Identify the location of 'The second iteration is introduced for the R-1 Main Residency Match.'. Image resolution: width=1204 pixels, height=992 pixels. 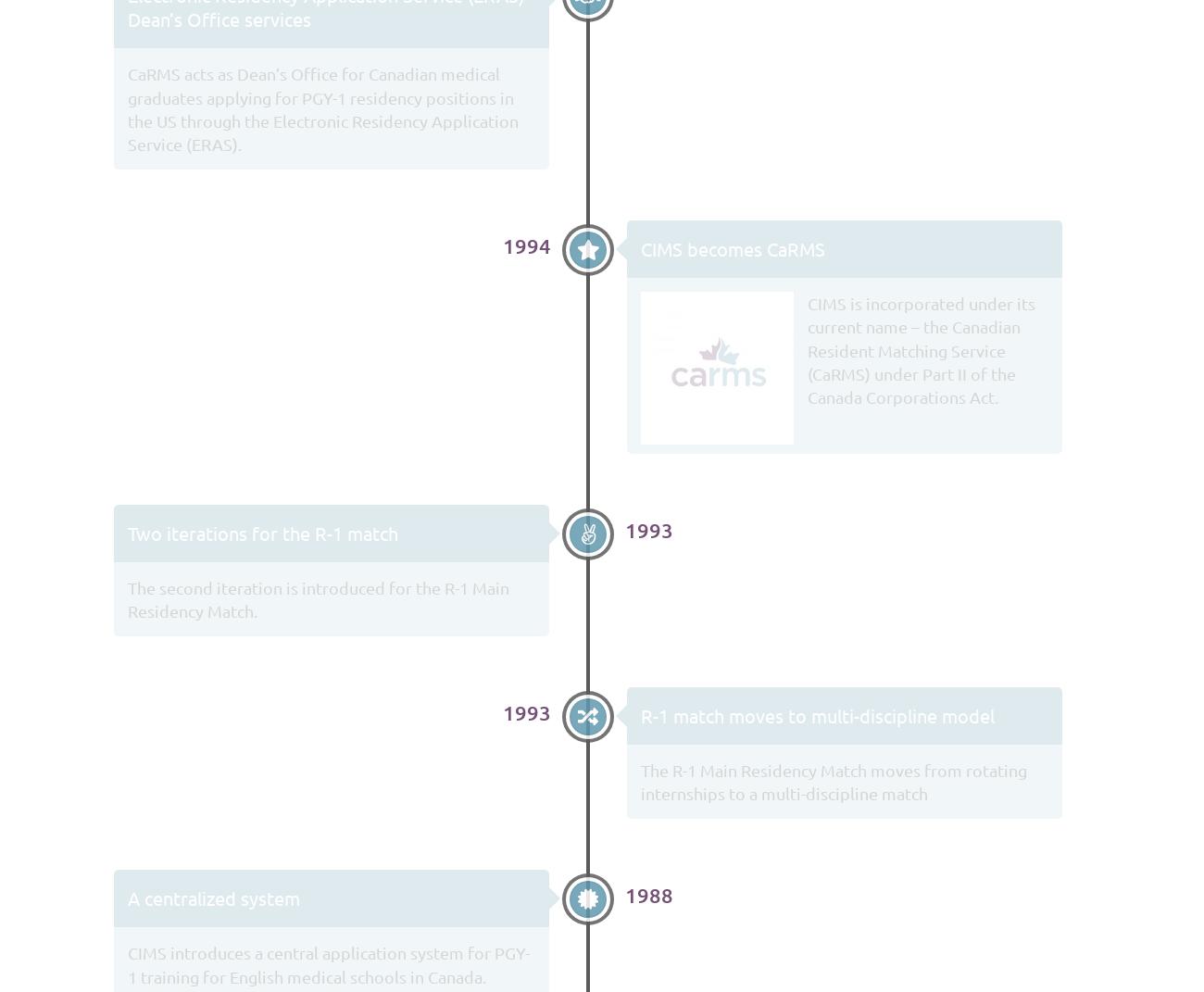
(317, 597).